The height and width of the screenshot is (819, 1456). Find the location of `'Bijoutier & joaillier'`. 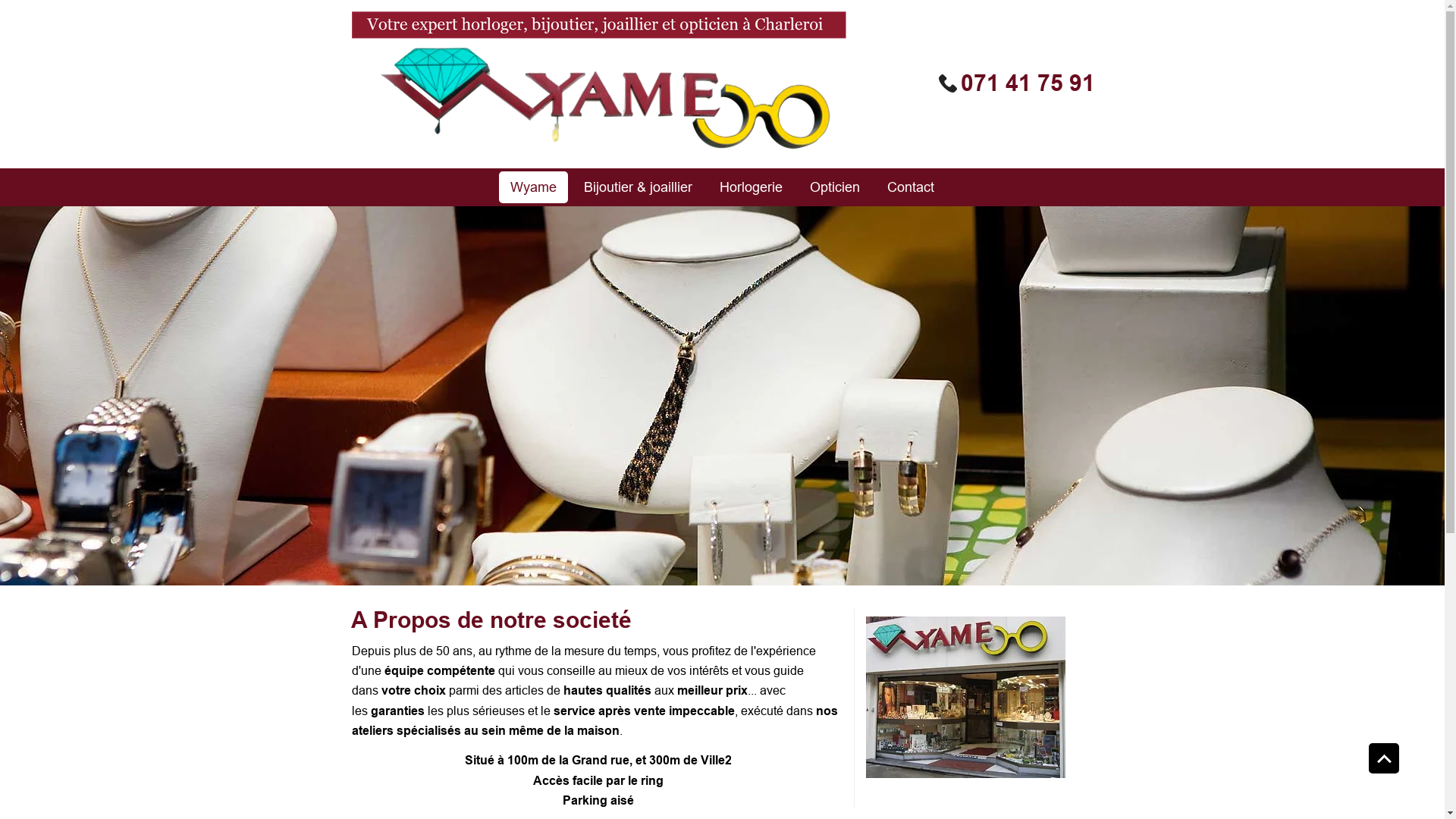

'Bijoutier & joaillier' is located at coordinates (638, 186).